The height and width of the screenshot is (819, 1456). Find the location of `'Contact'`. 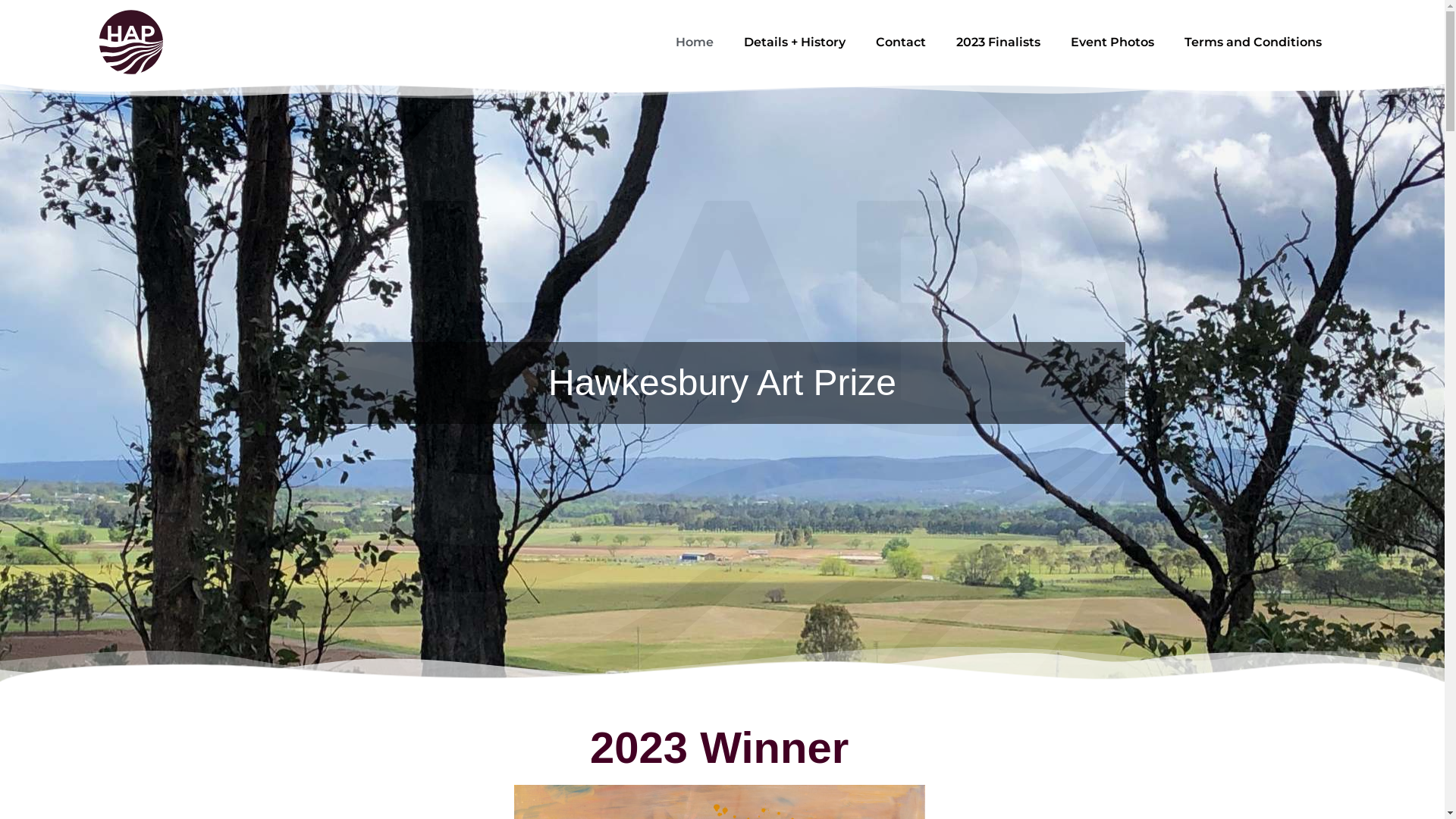

'Contact' is located at coordinates (901, 40).